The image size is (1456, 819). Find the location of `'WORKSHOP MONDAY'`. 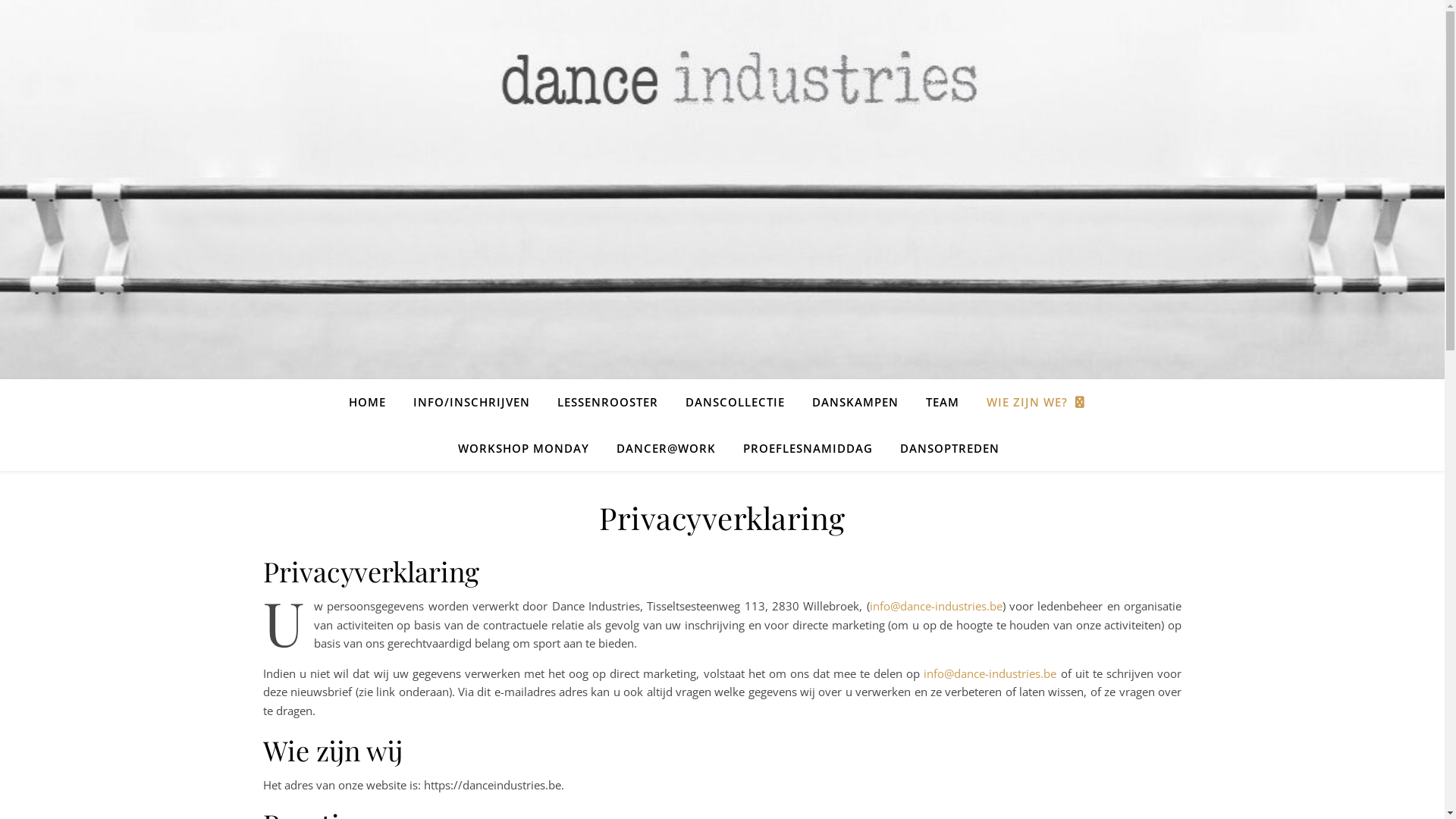

'WORKSHOP MONDAY' is located at coordinates (523, 447).